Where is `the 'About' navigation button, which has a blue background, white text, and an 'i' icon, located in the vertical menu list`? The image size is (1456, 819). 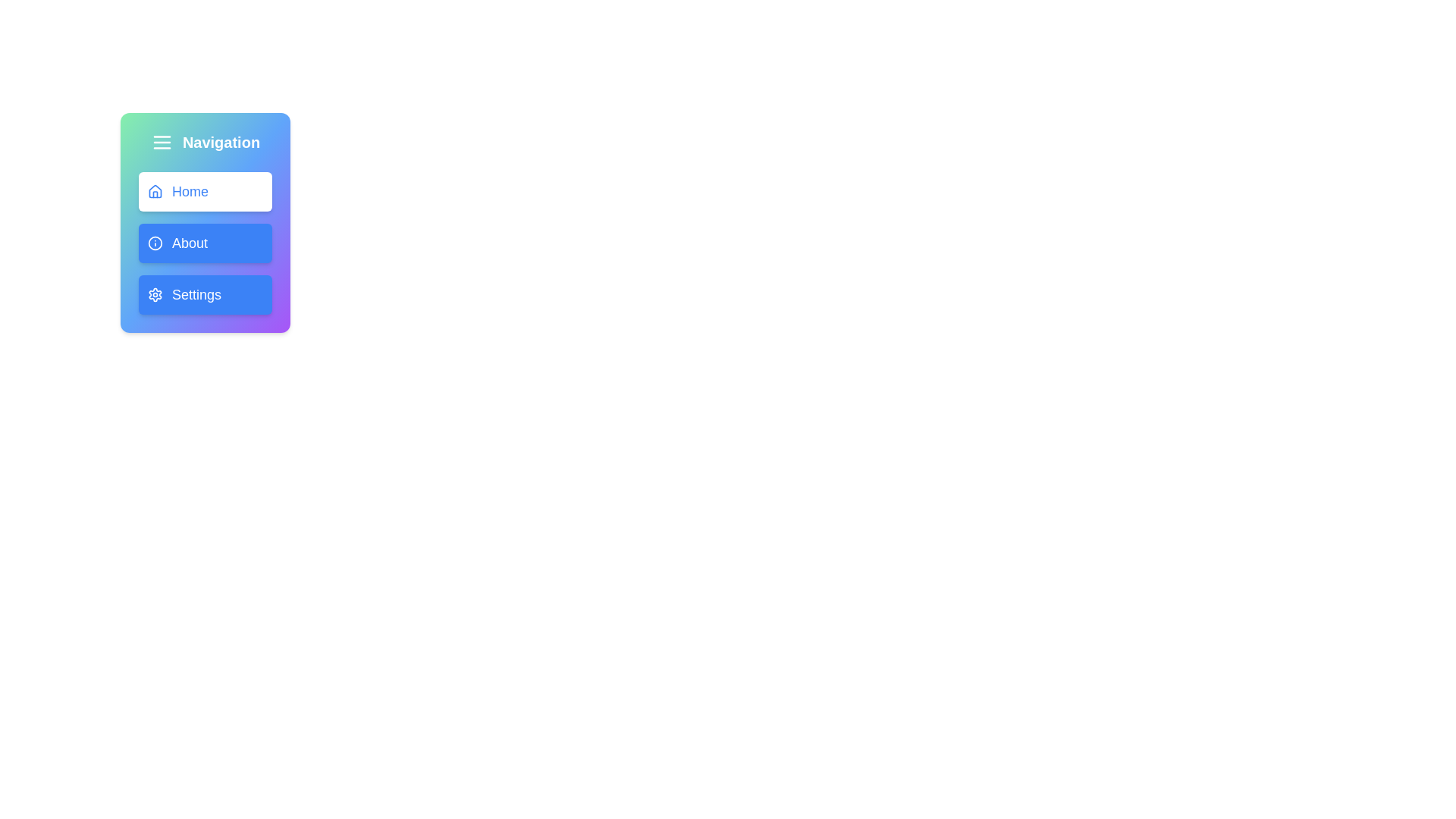
the 'About' navigation button, which has a blue background, white text, and an 'i' icon, located in the vertical menu list is located at coordinates (204, 242).